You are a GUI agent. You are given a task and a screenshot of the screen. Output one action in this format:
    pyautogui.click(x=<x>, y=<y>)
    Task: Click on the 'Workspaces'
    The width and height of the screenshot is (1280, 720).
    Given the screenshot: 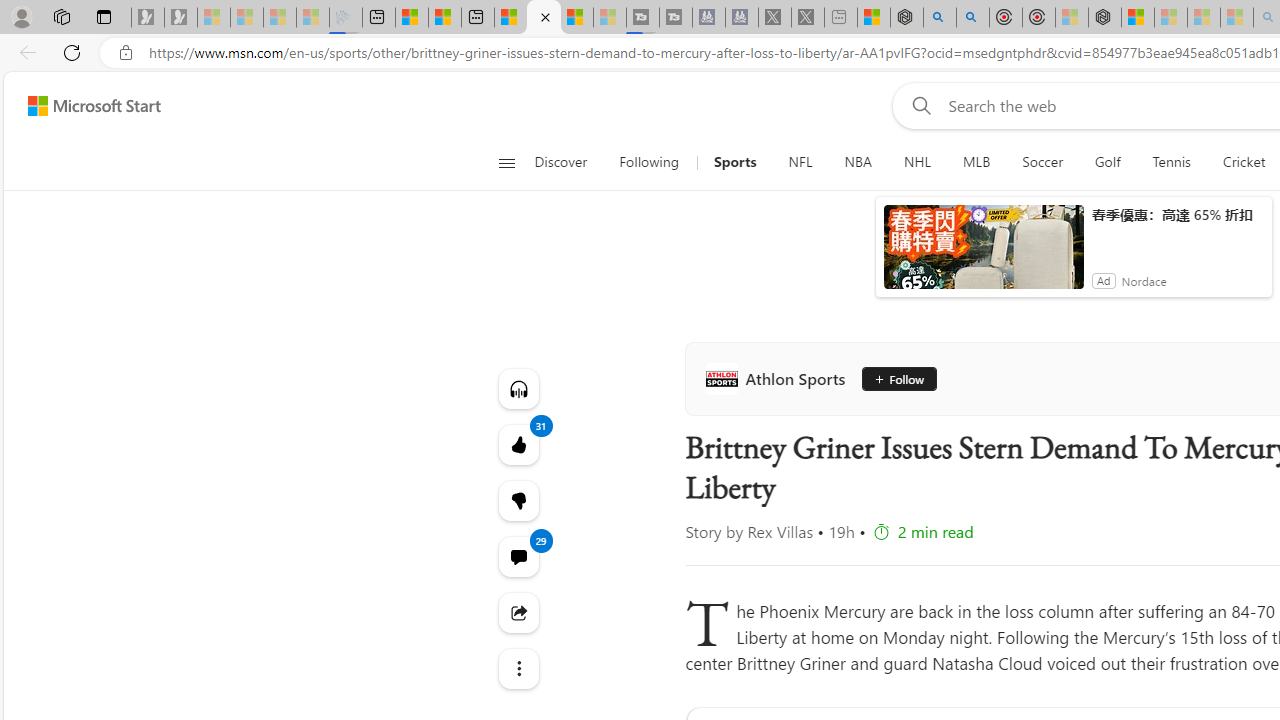 What is the action you would take?
    pyautogui.click(x=61, y=16)
    